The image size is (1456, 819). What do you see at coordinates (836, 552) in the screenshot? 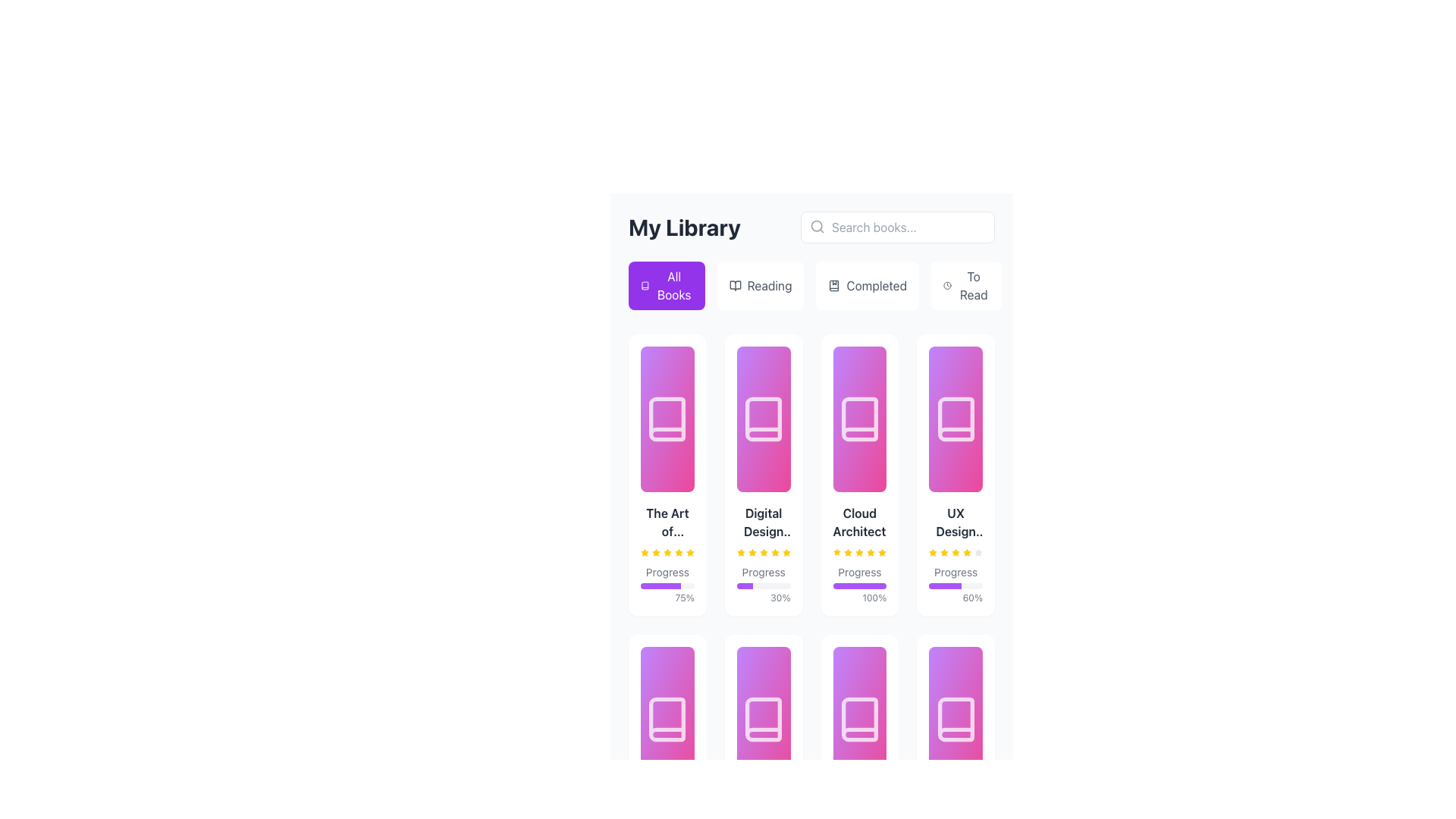
I see `the static state of the third yellow star icon in the rating system located below the 'Cloud Architect' book description` at bounding box center [836, 552].